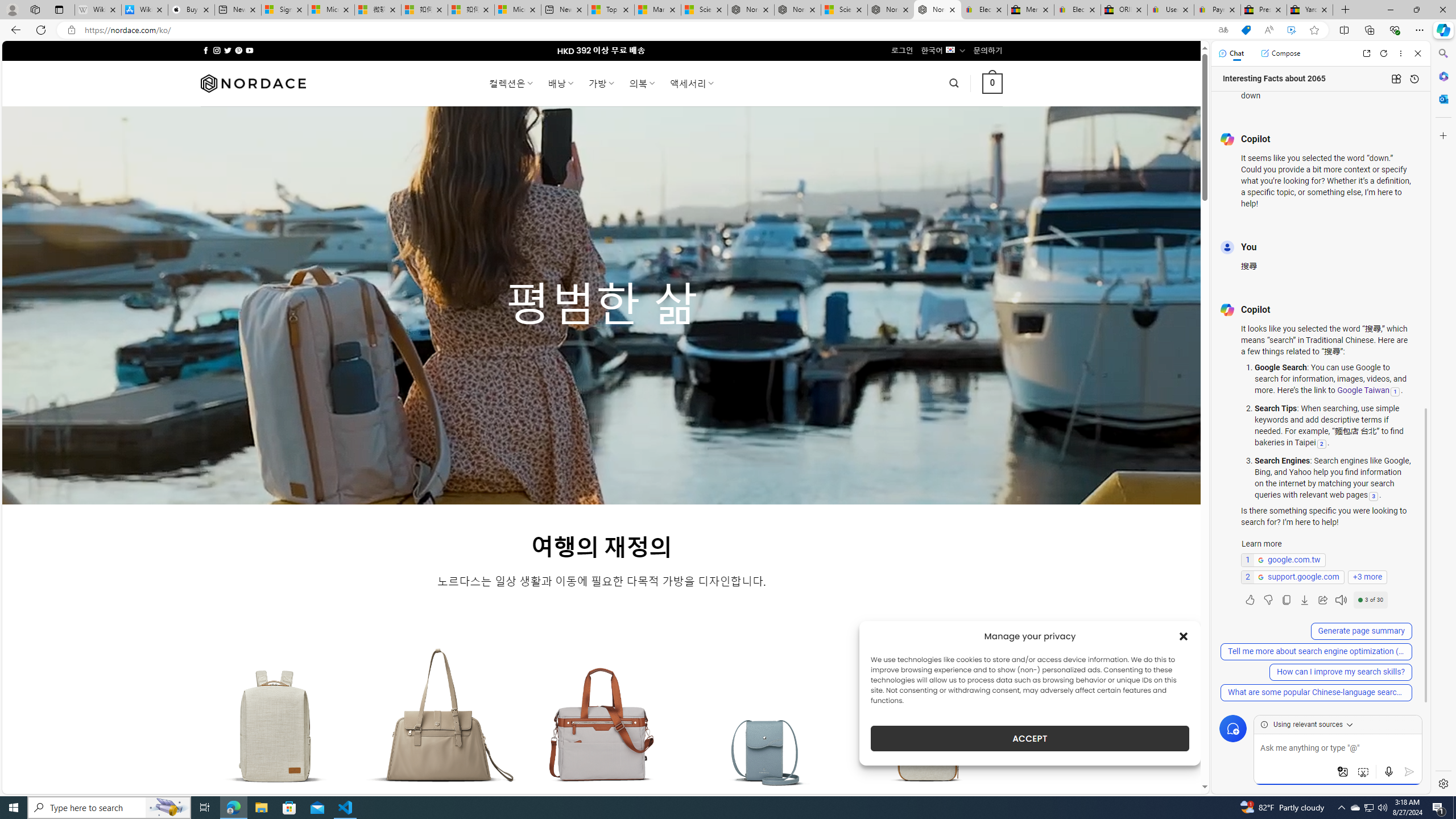 Image resolution: width=1456 pixels, height=819 pixels. What do you see at coordinates (227, 50) in the screenshot?
I see `'Follow on Twitter'` at bounding box center [227, 50].